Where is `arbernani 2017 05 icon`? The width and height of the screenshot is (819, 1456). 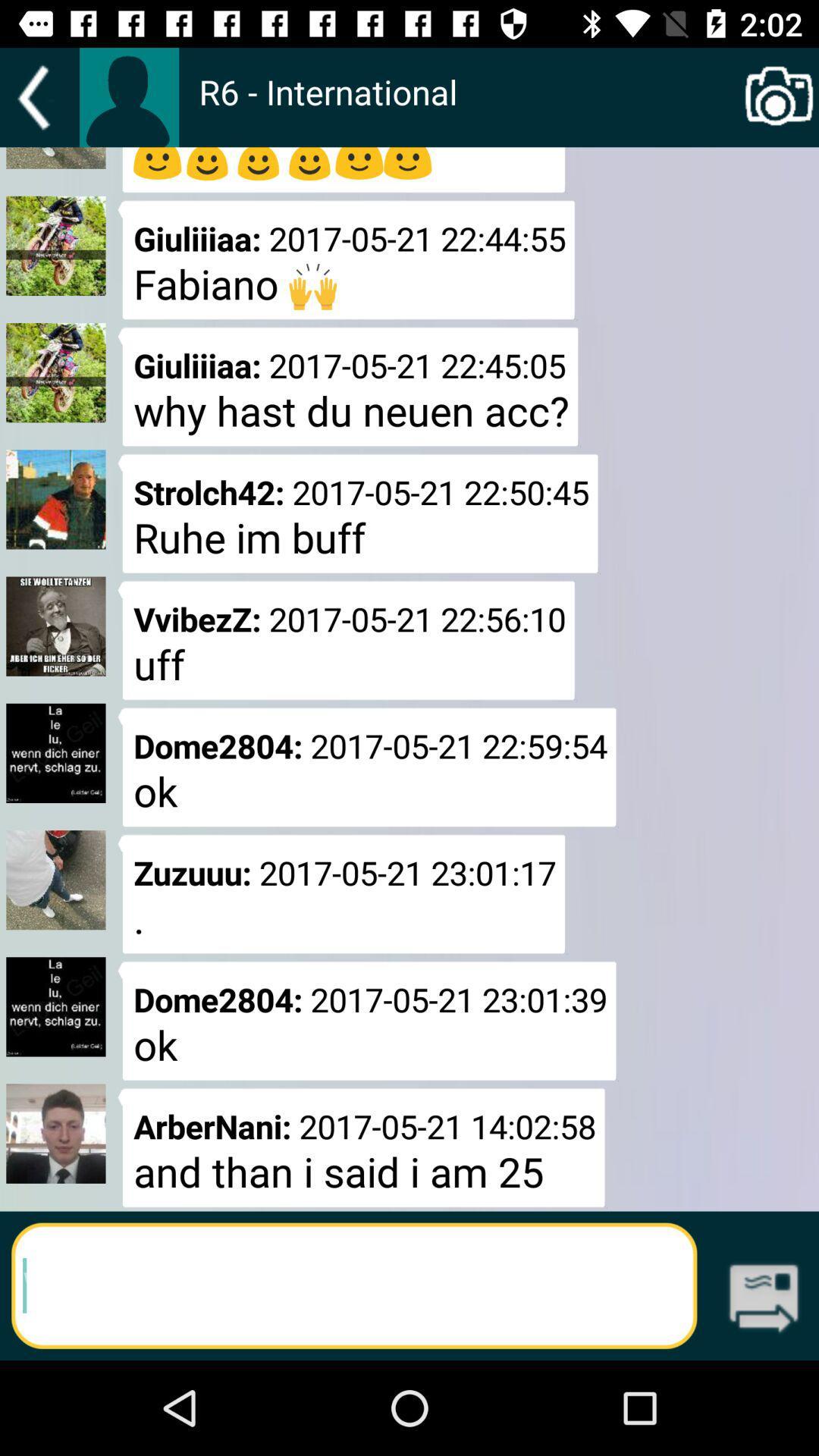 arbernani 2017 05 icon is located at coordinates (362, 1147).